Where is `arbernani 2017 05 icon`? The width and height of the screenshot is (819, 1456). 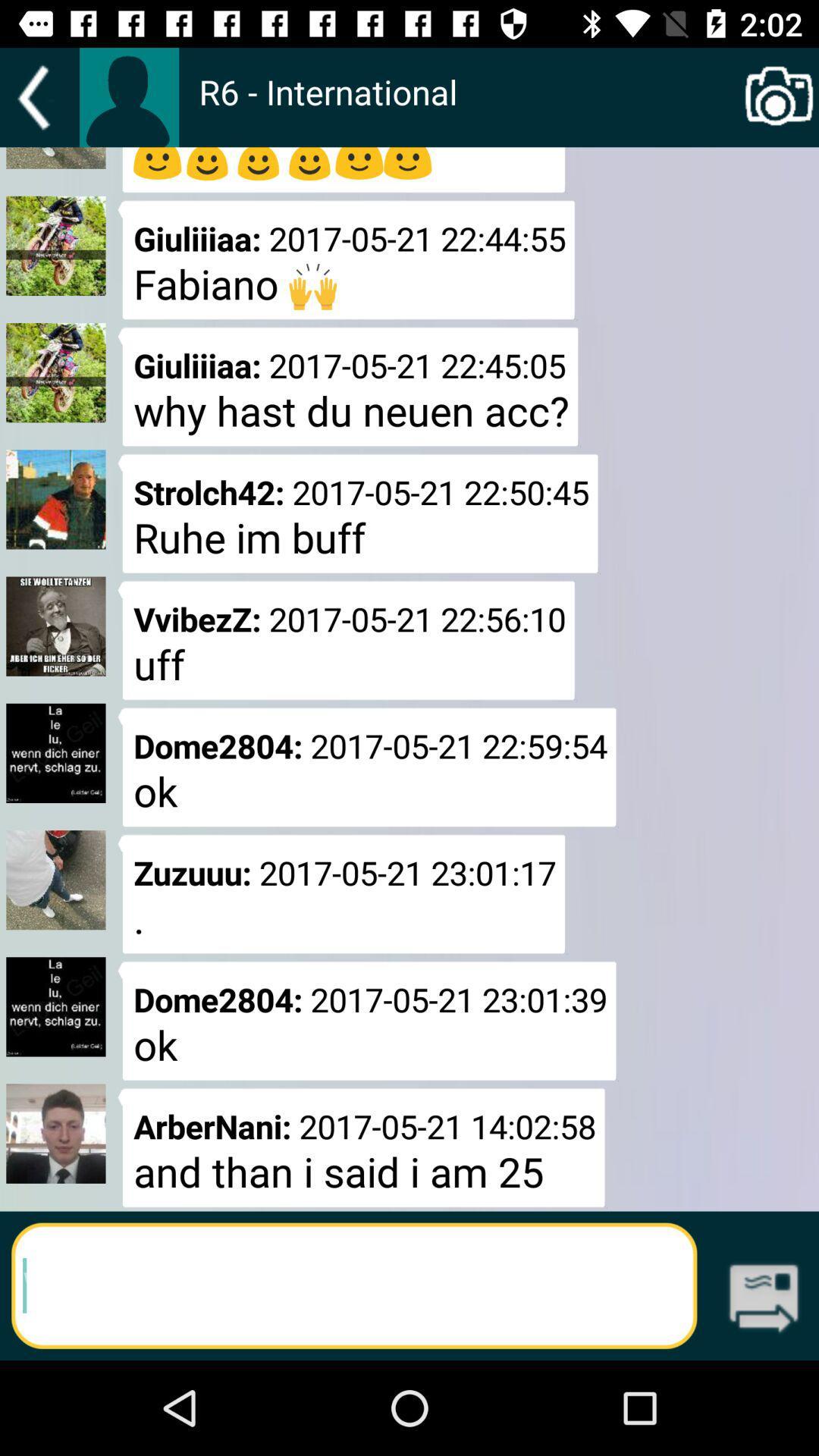 arbernani 2017 05 icon is located at coordinates (362, 1147).